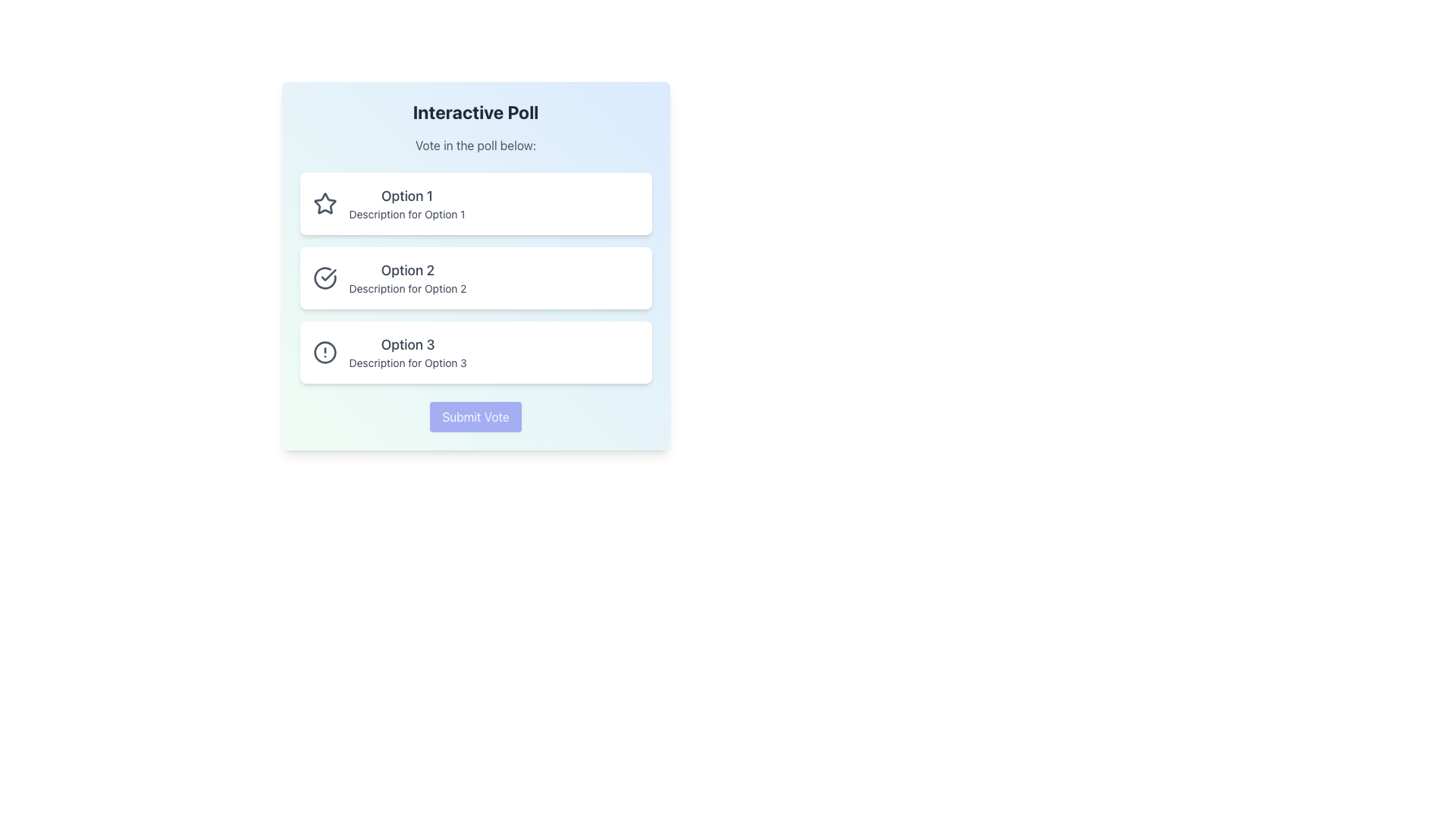  What do you see at coordinates (407, 289) in the screenshot?
I see `the informational label that provides clarification about 'Option 2', located directly below the 'Option 2' text` at bounding box center [407, 289].